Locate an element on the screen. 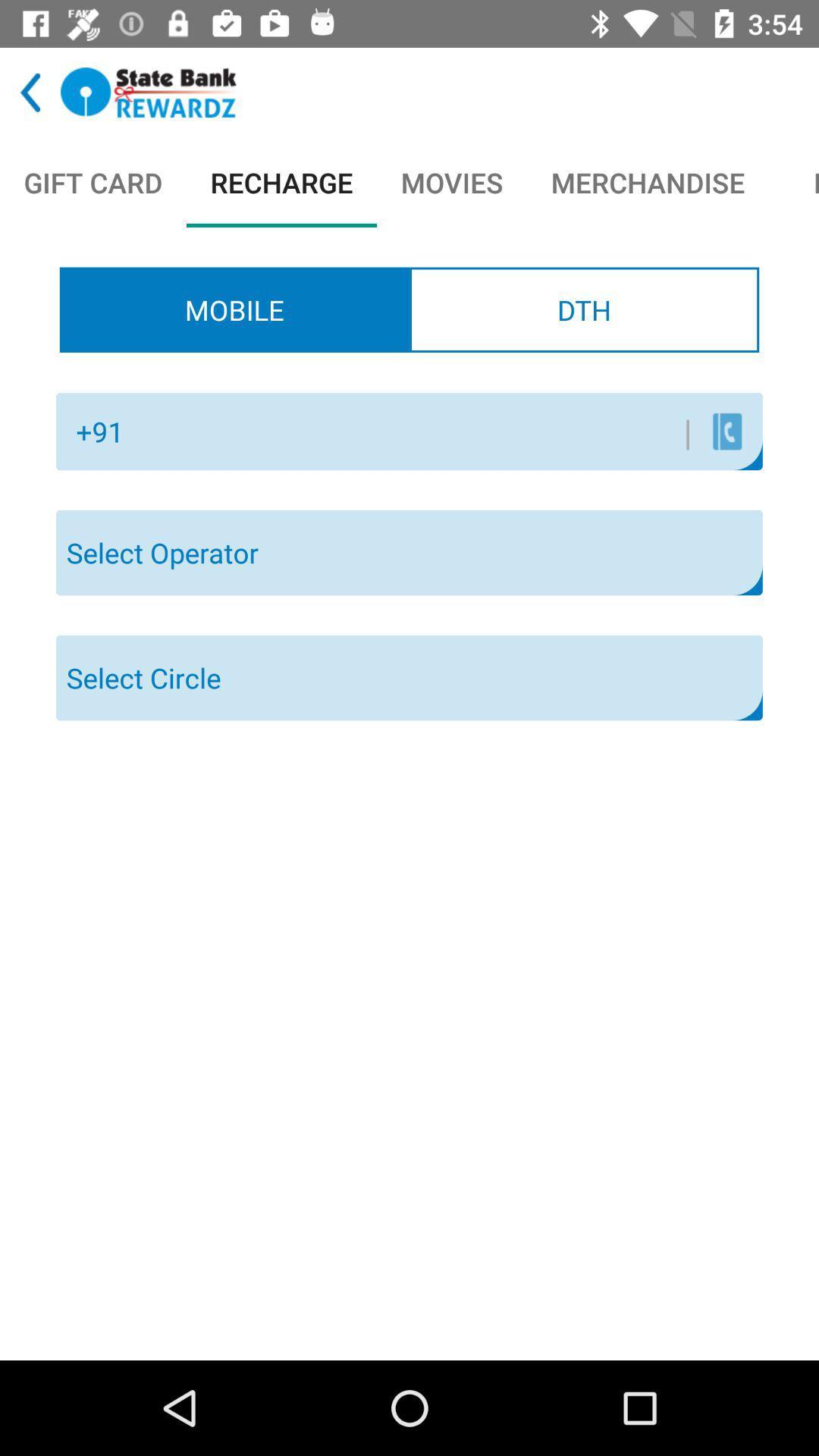  the item below the dth is located at coordinates (726, 431).